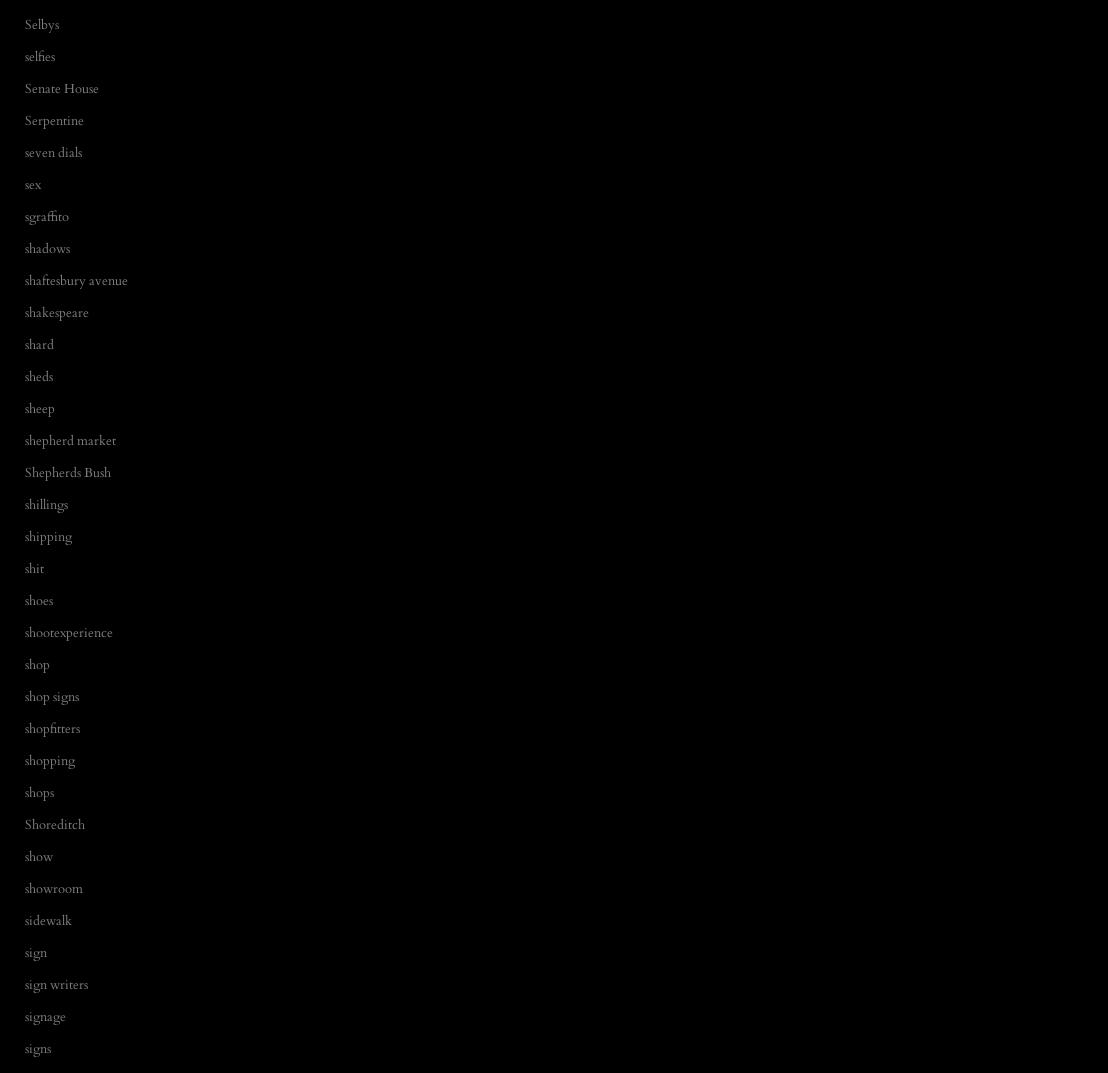 Image resolution: width=1108 pixels, height=1073 pixels. I want to click on 'sign writers', so click(55, 983).